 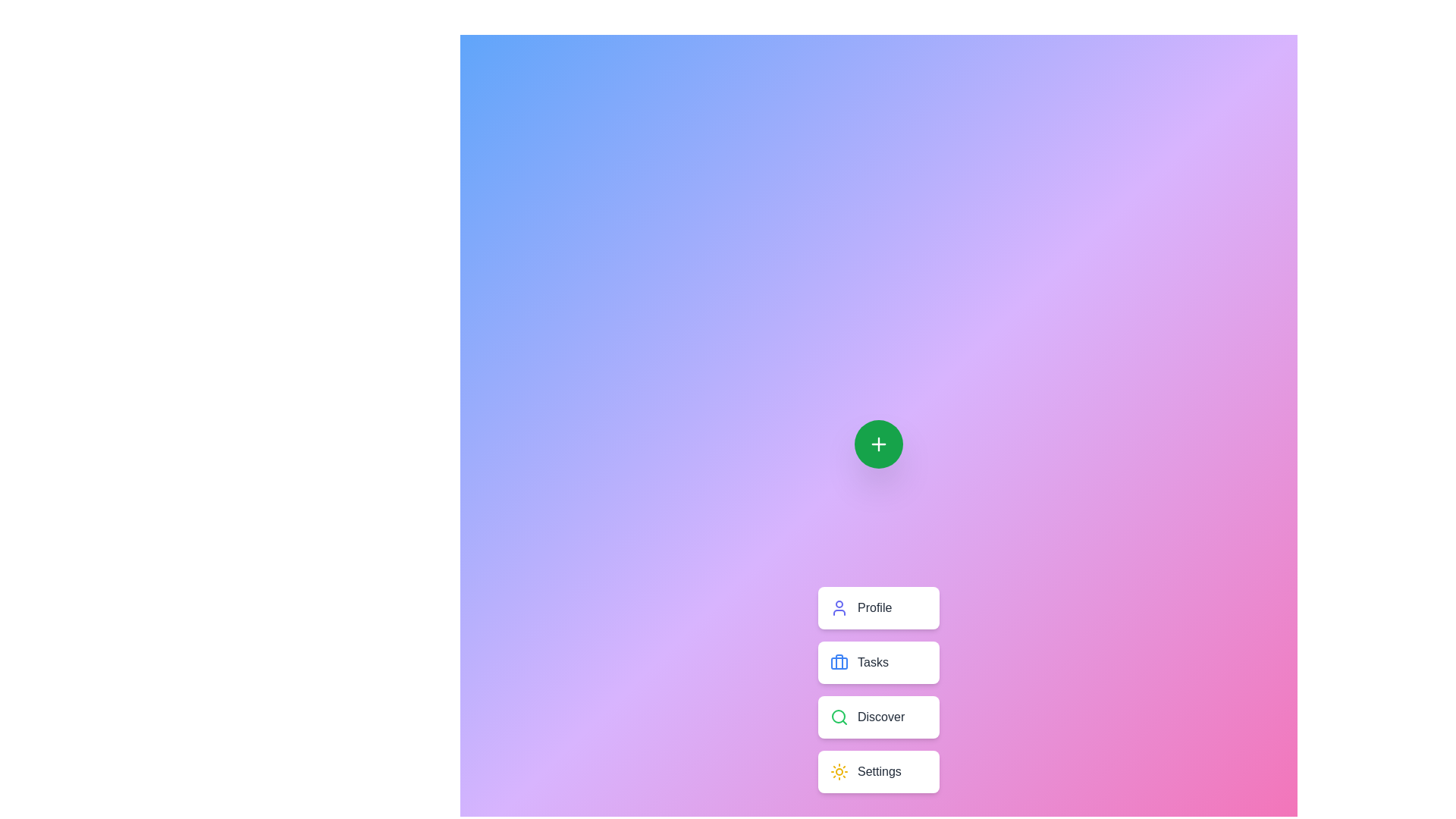 I want to click on the 'Discover' button, so click(x=878, y=717).